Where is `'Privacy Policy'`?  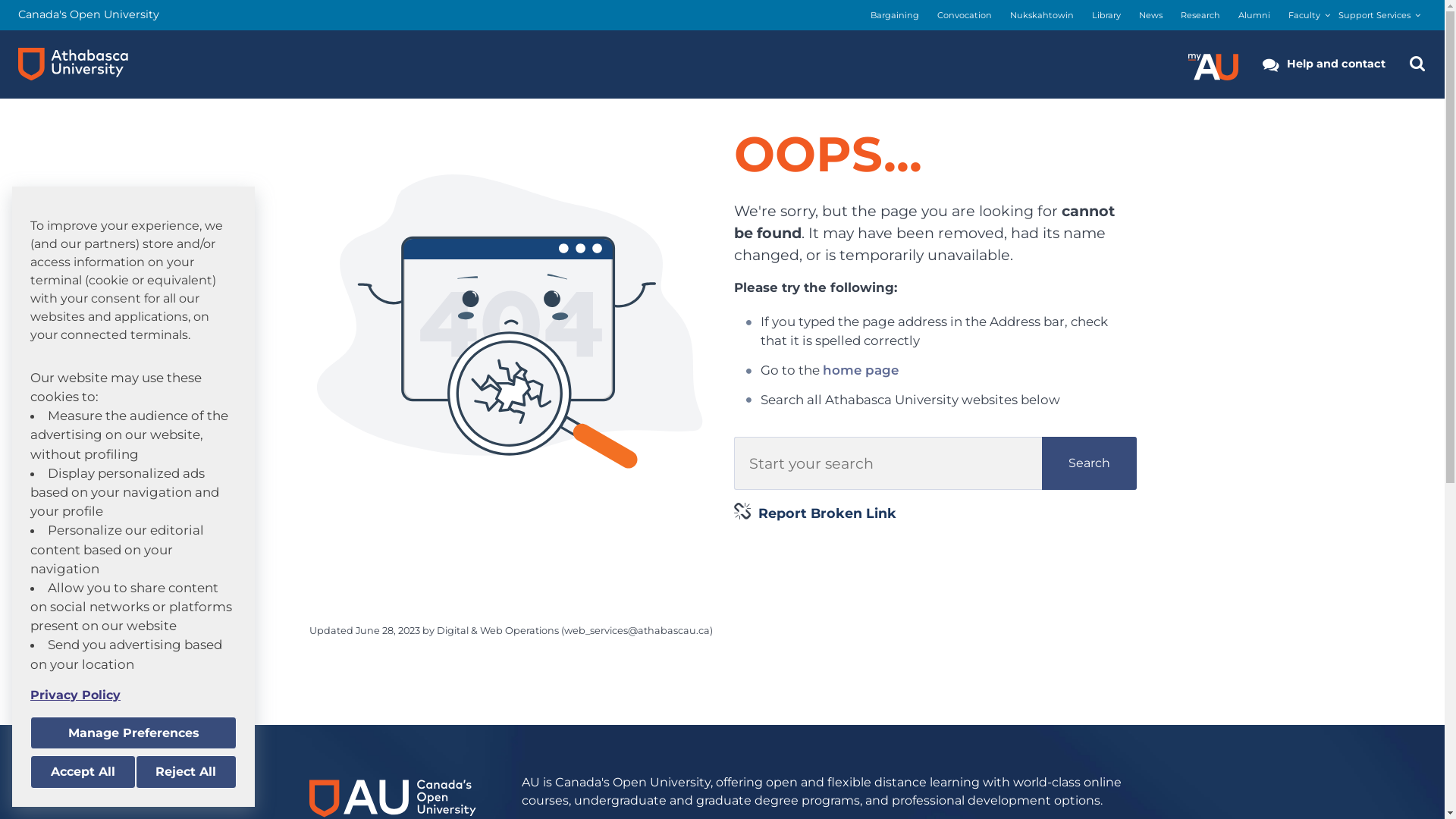
'Privacy Policy' is located at coordinates (133, 695).